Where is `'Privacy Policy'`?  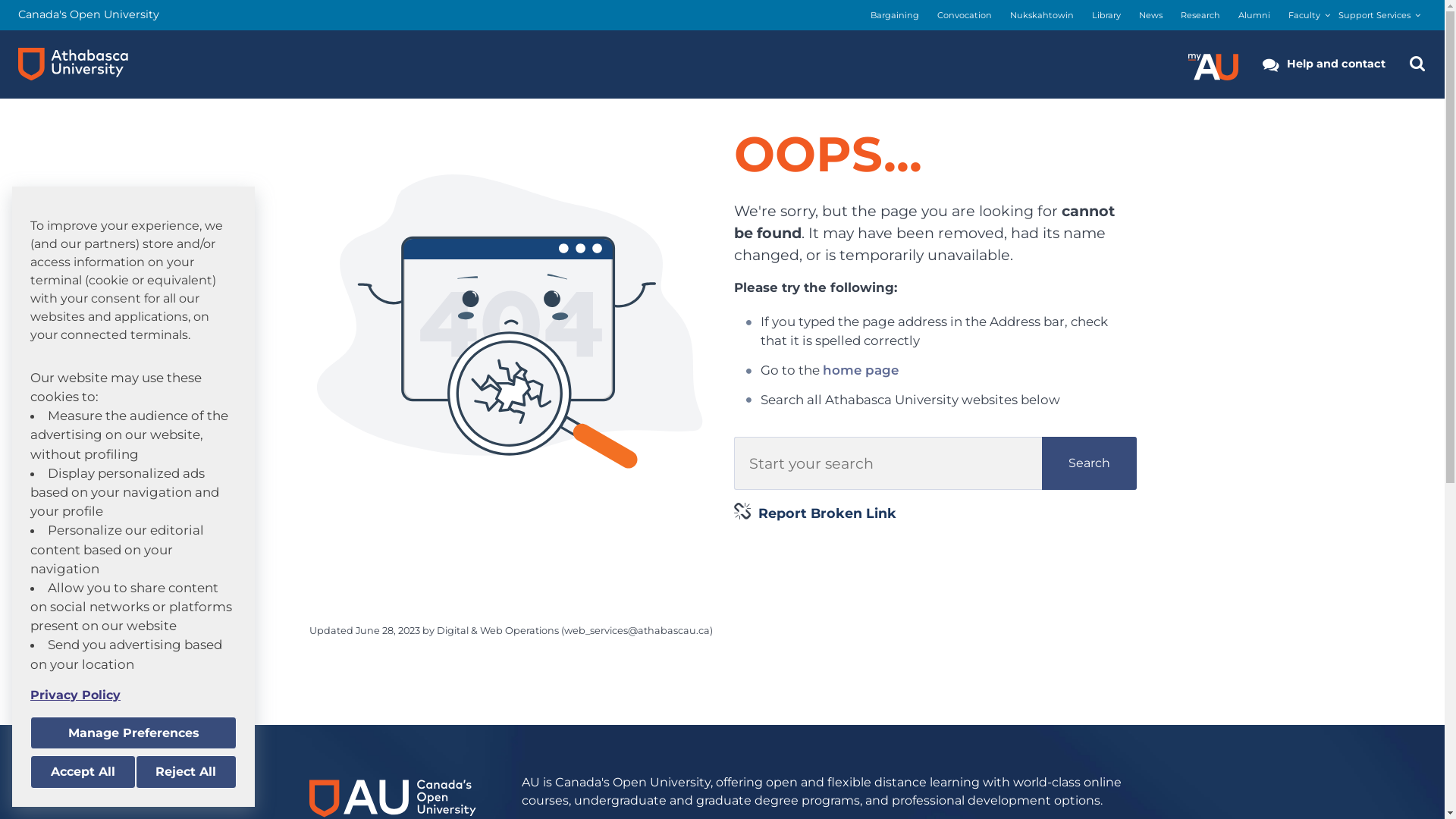
'Privacy Policy' is located at coordinates (133, 695).